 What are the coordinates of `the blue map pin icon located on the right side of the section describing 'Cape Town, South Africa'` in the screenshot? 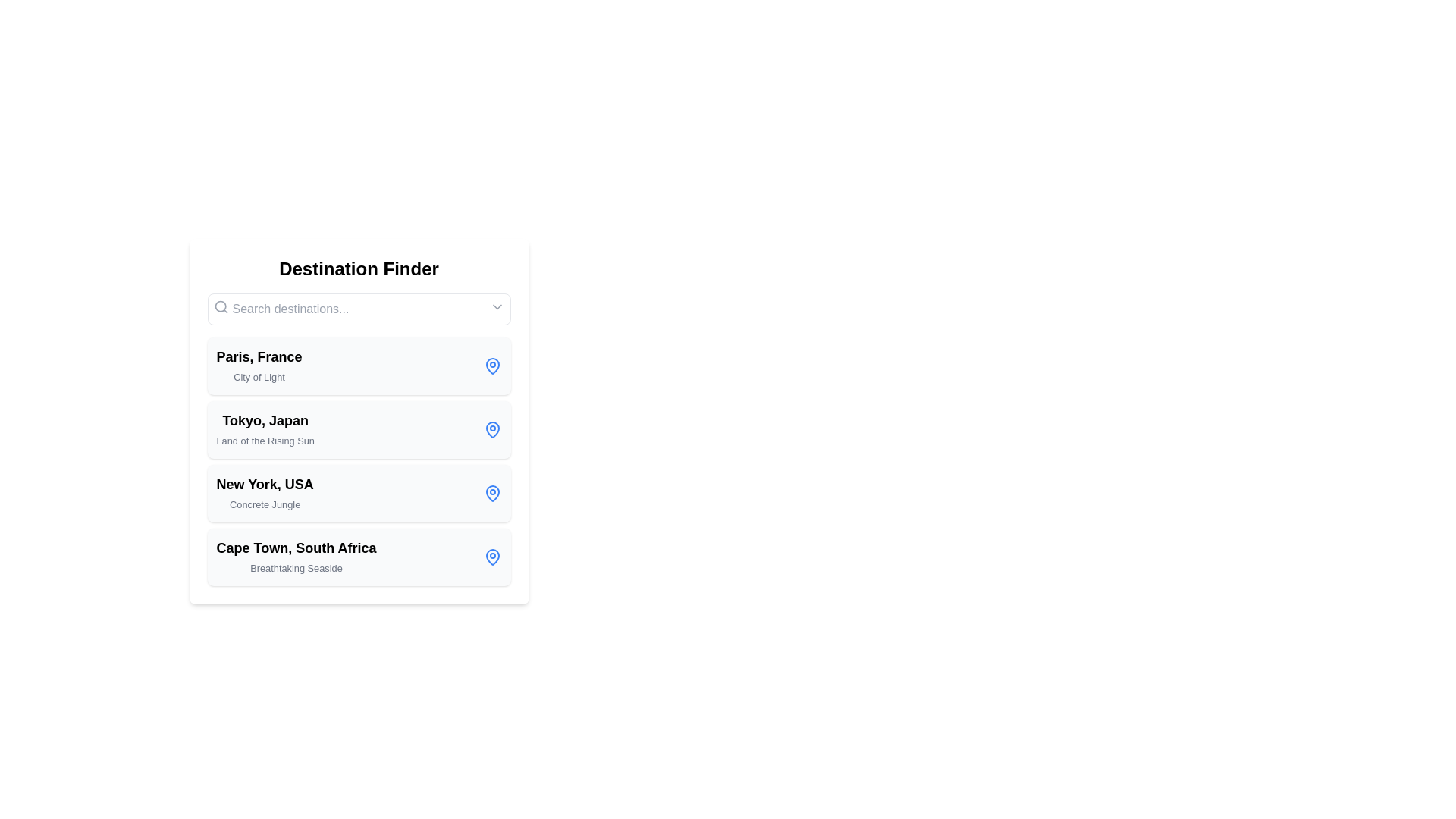 It's located at (492, 557).